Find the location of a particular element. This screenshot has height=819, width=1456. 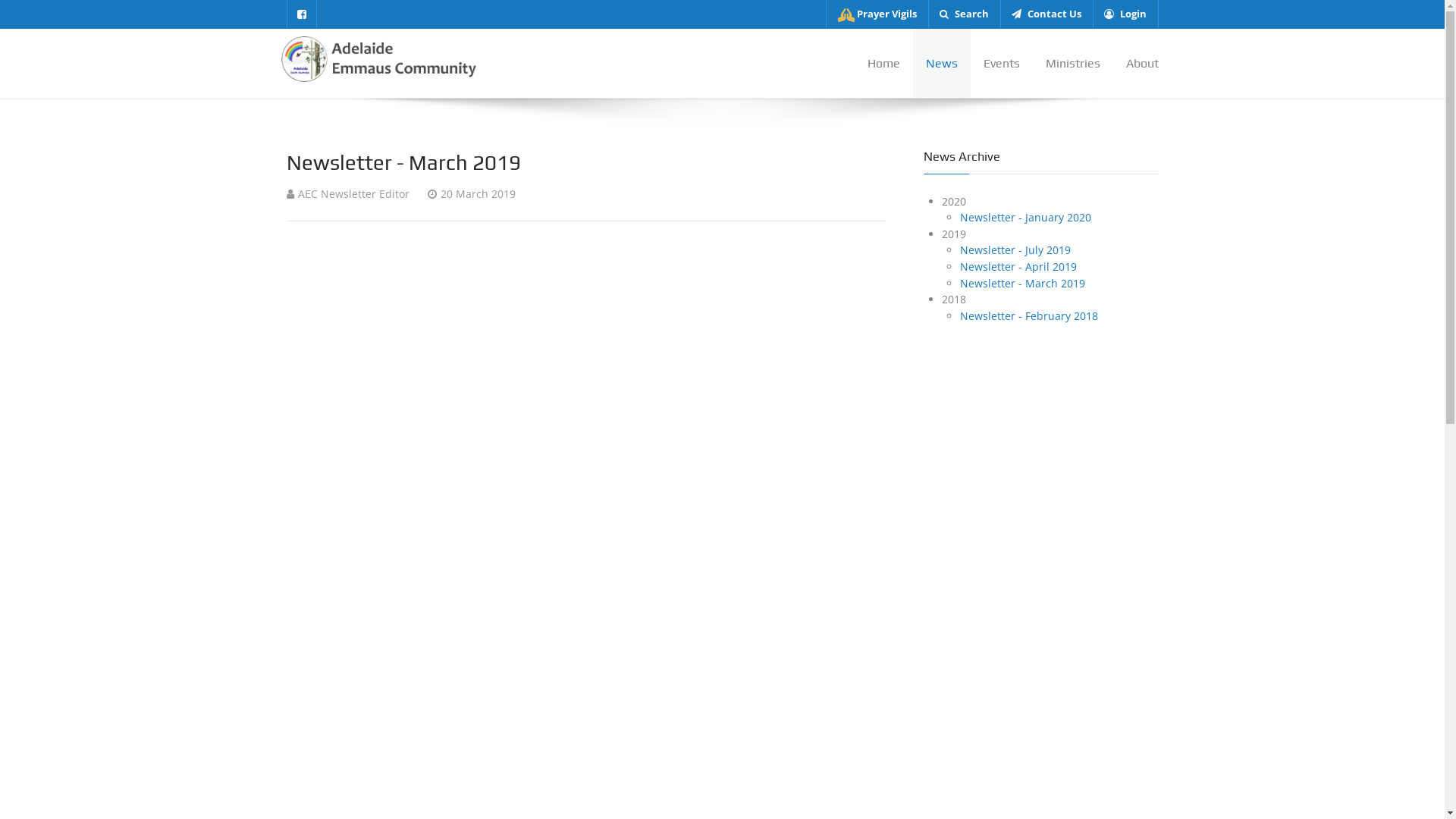

'News' is located at coordinates (941, 62).